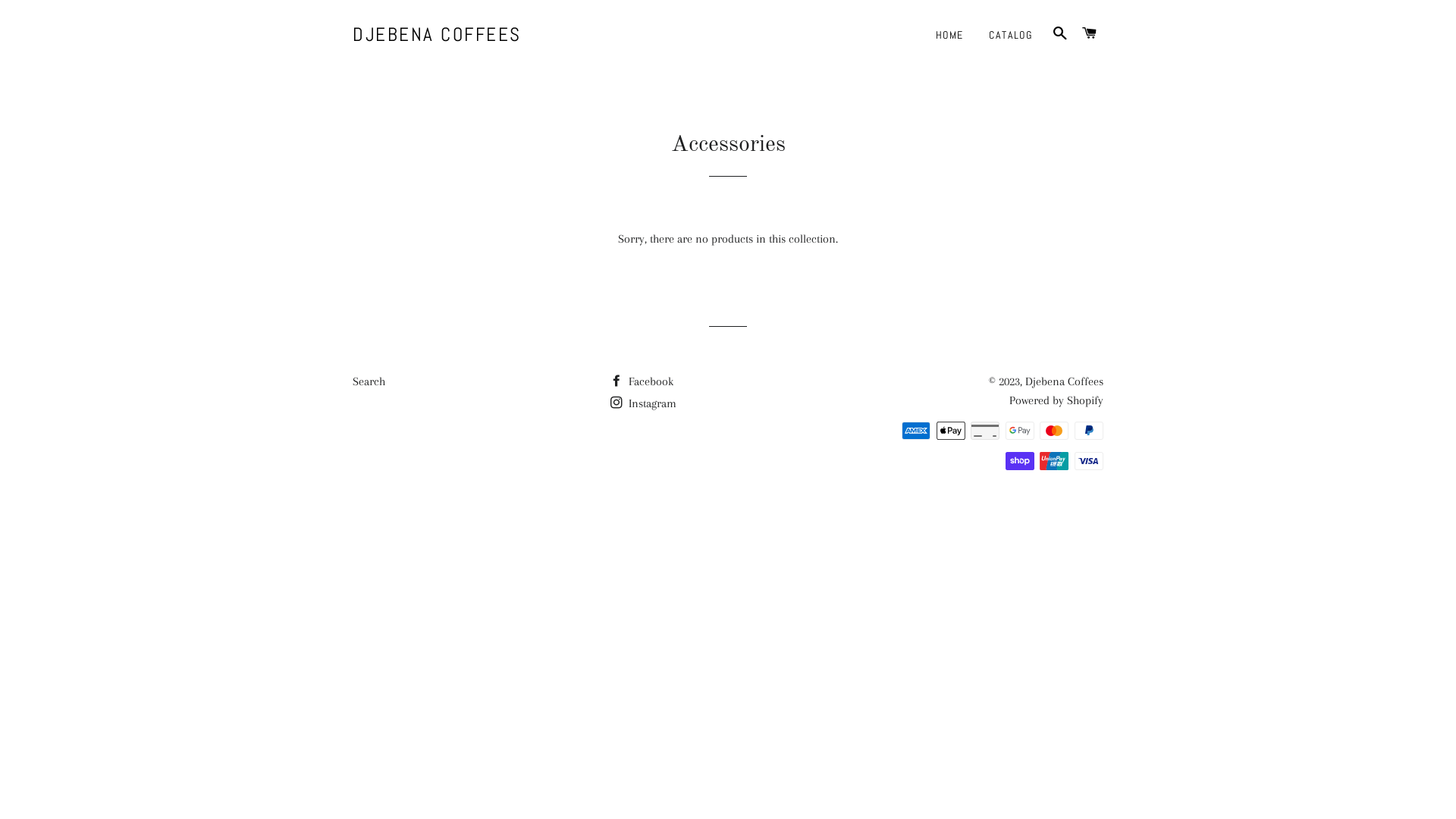 The width and height of the screenshot is (1456, 819). I want to click on 'SEARCH', so click(1046, 34).